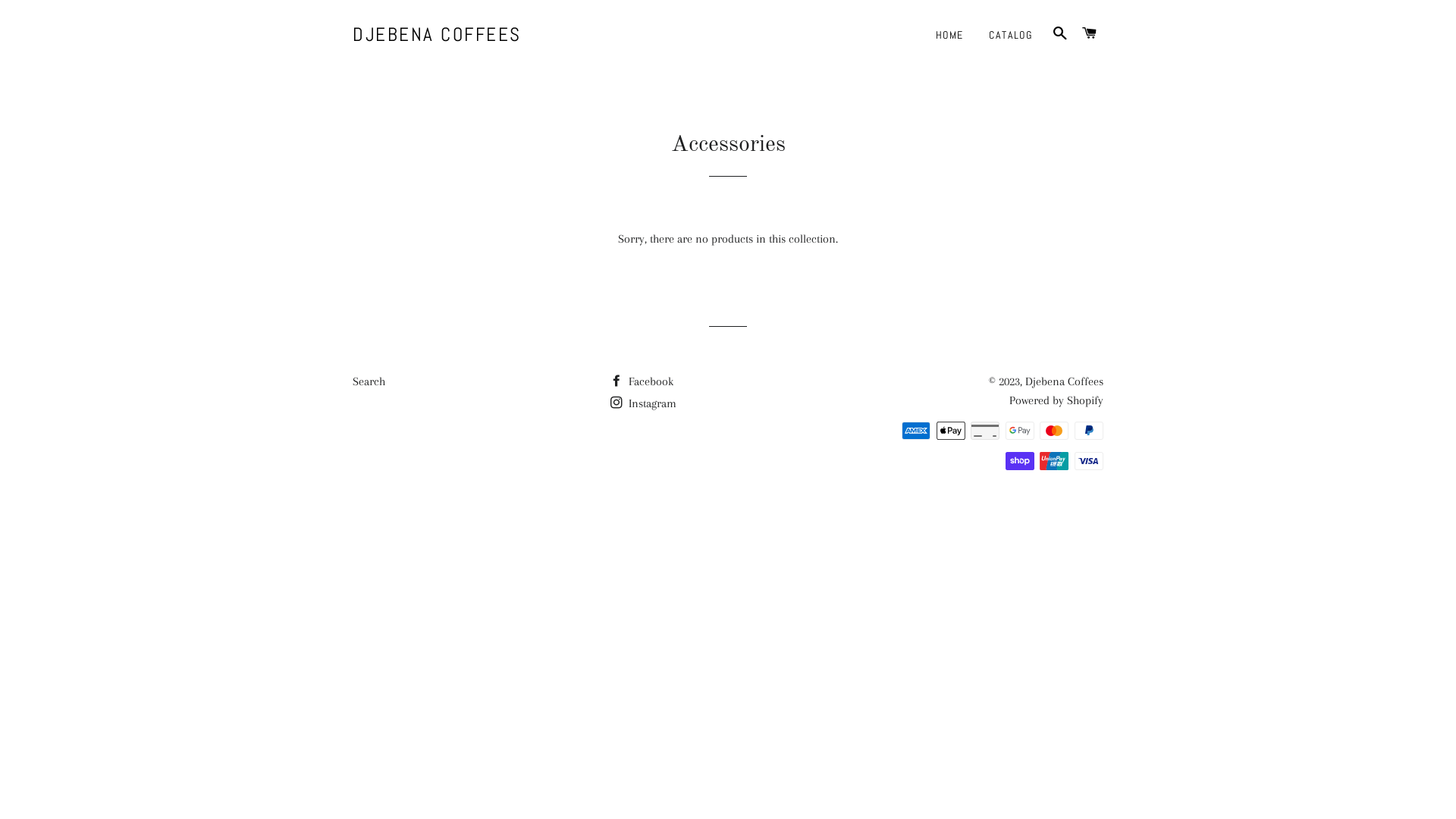 The width and height of the screenshot is (1456, 819). I want to click on 'SEARCH', so click(1046, 34).